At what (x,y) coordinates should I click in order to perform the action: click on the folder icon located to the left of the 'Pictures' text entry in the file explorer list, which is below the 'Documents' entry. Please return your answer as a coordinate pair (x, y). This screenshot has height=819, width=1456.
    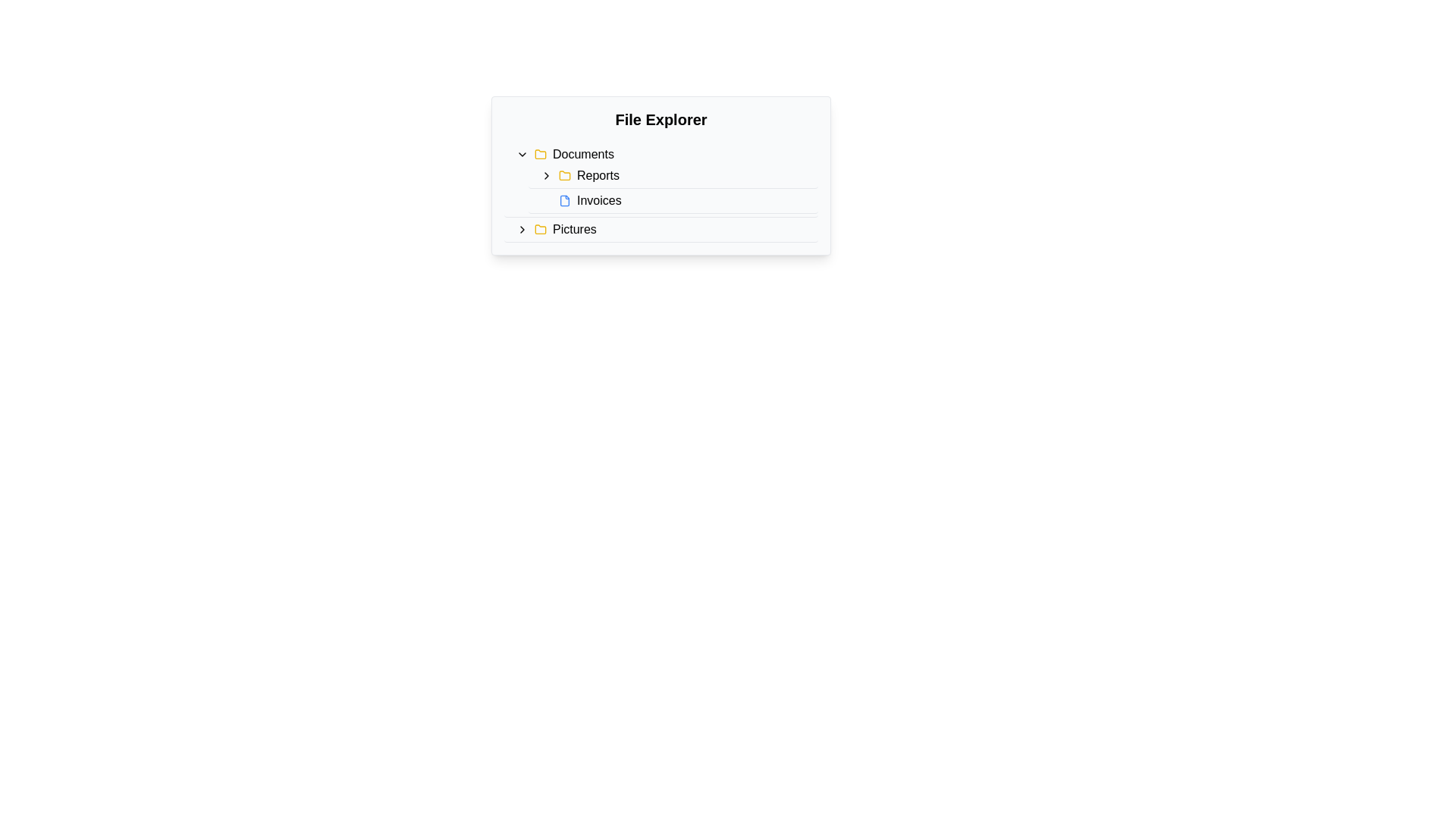
    Looking at the image, I should click on (541, 228).